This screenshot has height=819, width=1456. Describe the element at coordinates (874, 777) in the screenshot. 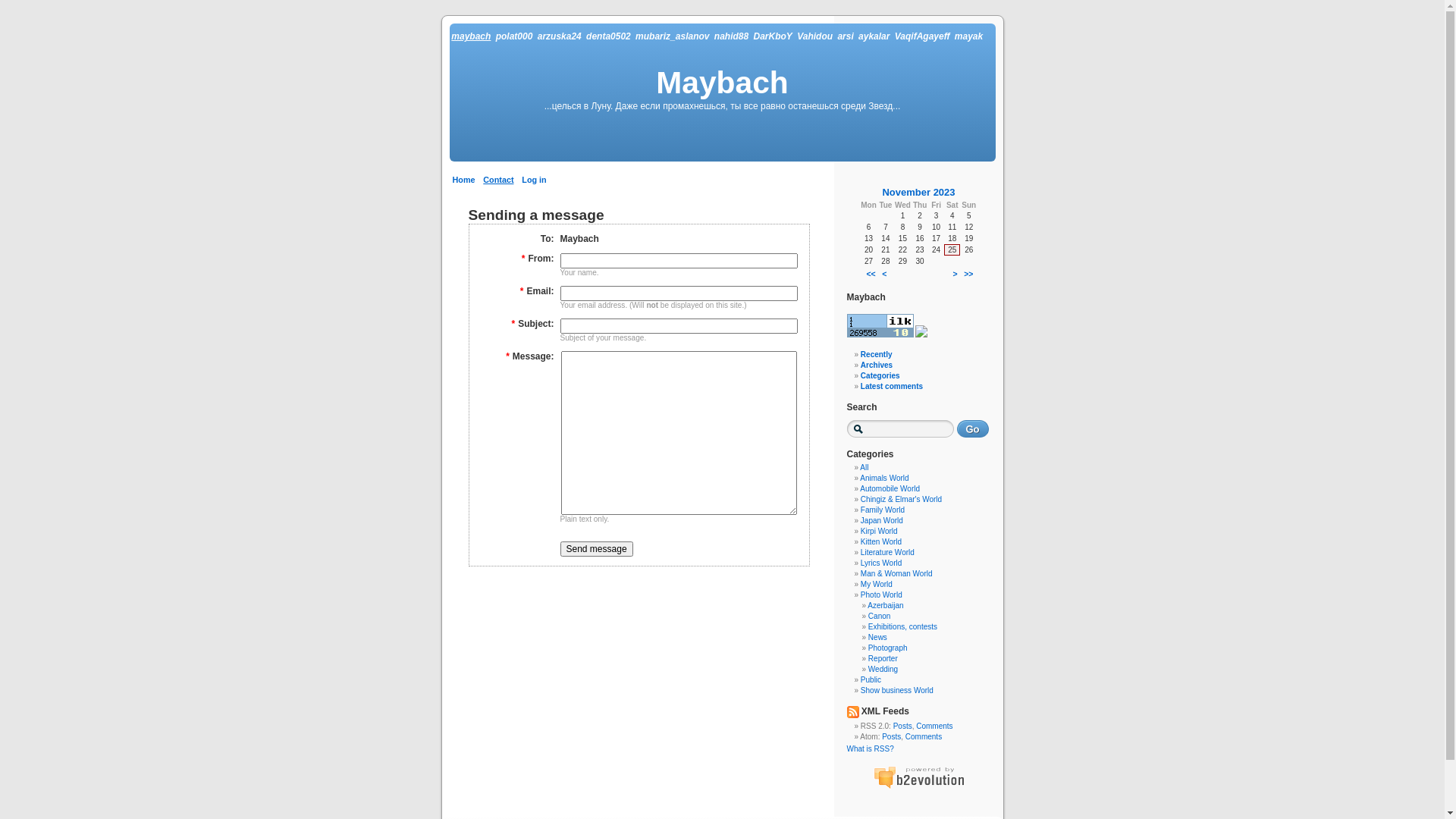

I see `'b2evolution: next generation blog software'` at that location.